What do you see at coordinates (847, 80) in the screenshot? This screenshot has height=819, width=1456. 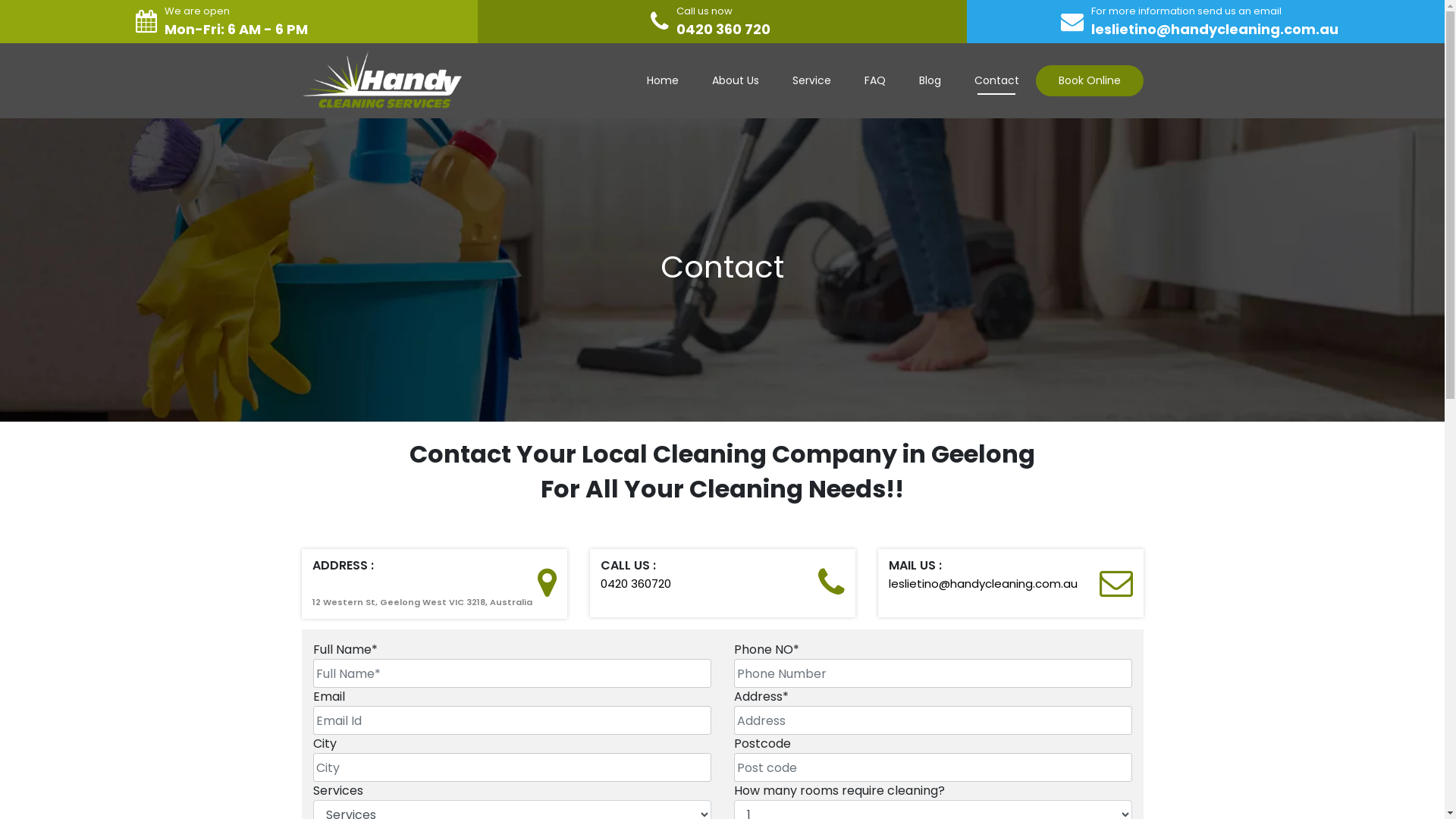 I see `'FAQ'` at bounding box center [847, 80].